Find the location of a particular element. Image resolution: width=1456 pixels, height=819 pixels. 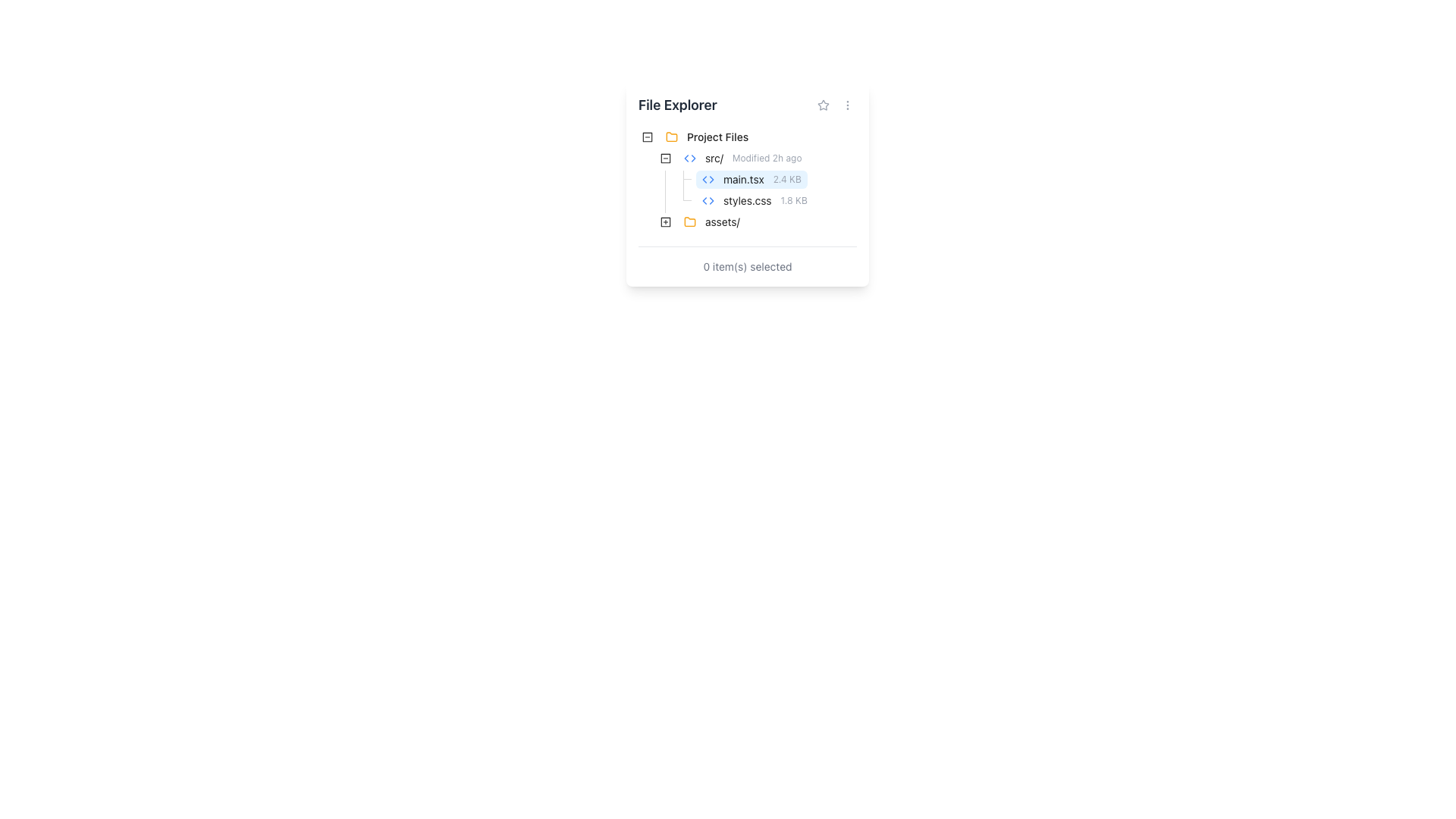

the first indentation spacer element within the 'src/' folder's hierarchy in the file explorer is located at coordinates (648, 200).